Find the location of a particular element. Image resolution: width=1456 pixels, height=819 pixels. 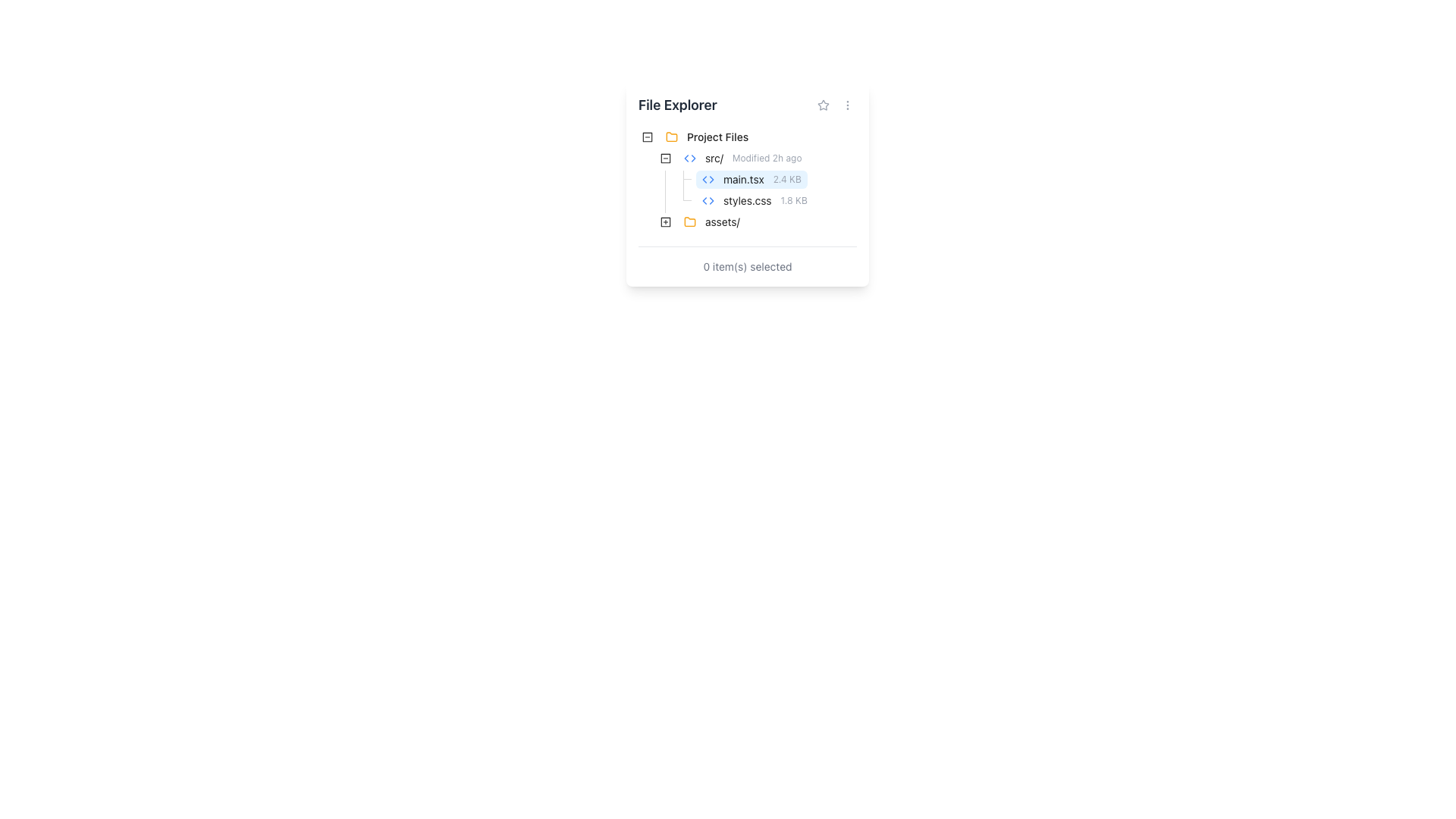

the first indentation spacer element within the 'src/' folder's hierarchy in the file explorer is located at coordinates (648, 200).